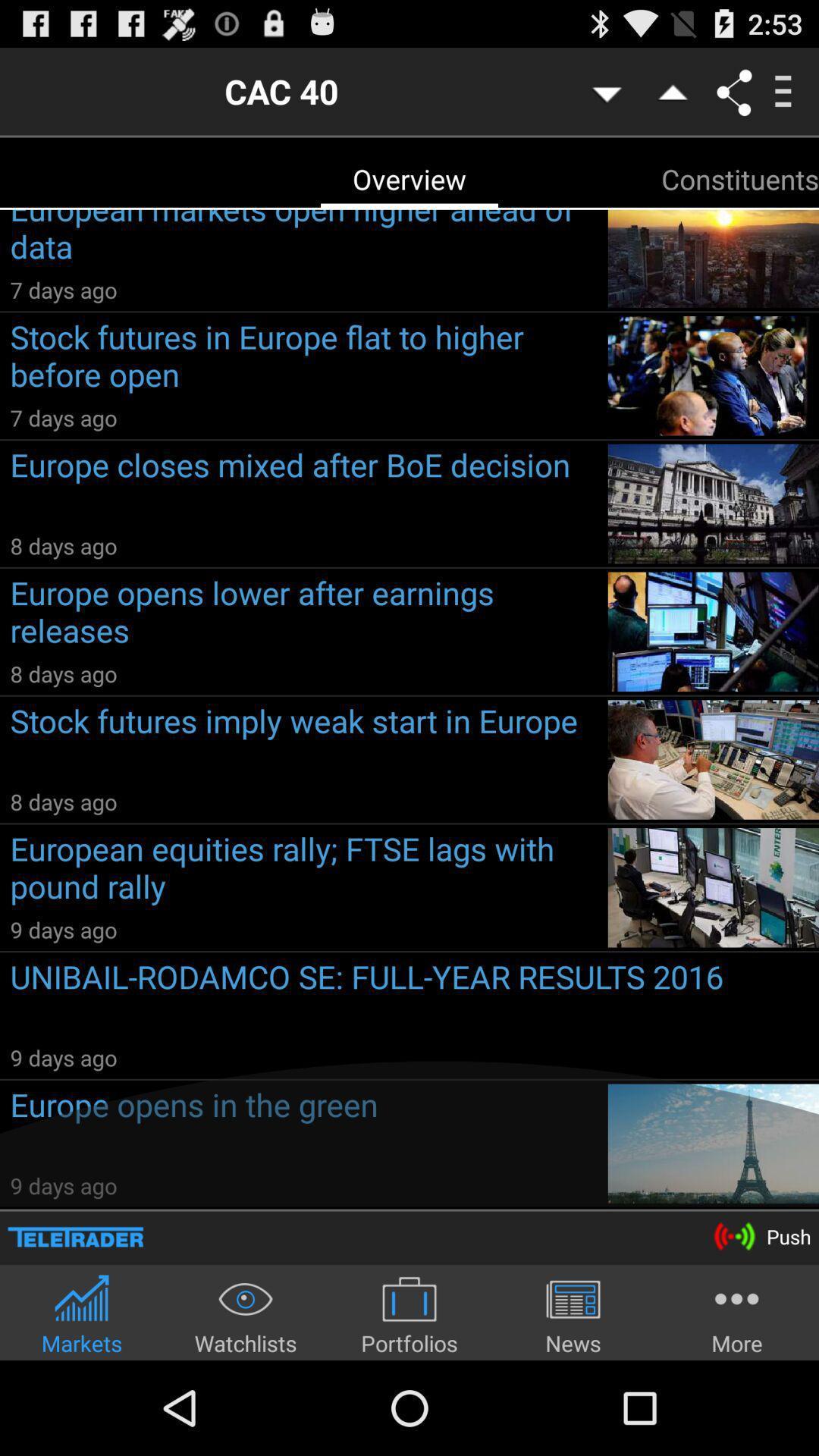 The image size is (819, 1456). Describe the element at coordinates (783, 97) in the screenshot. I see `the menu icon` at that location.